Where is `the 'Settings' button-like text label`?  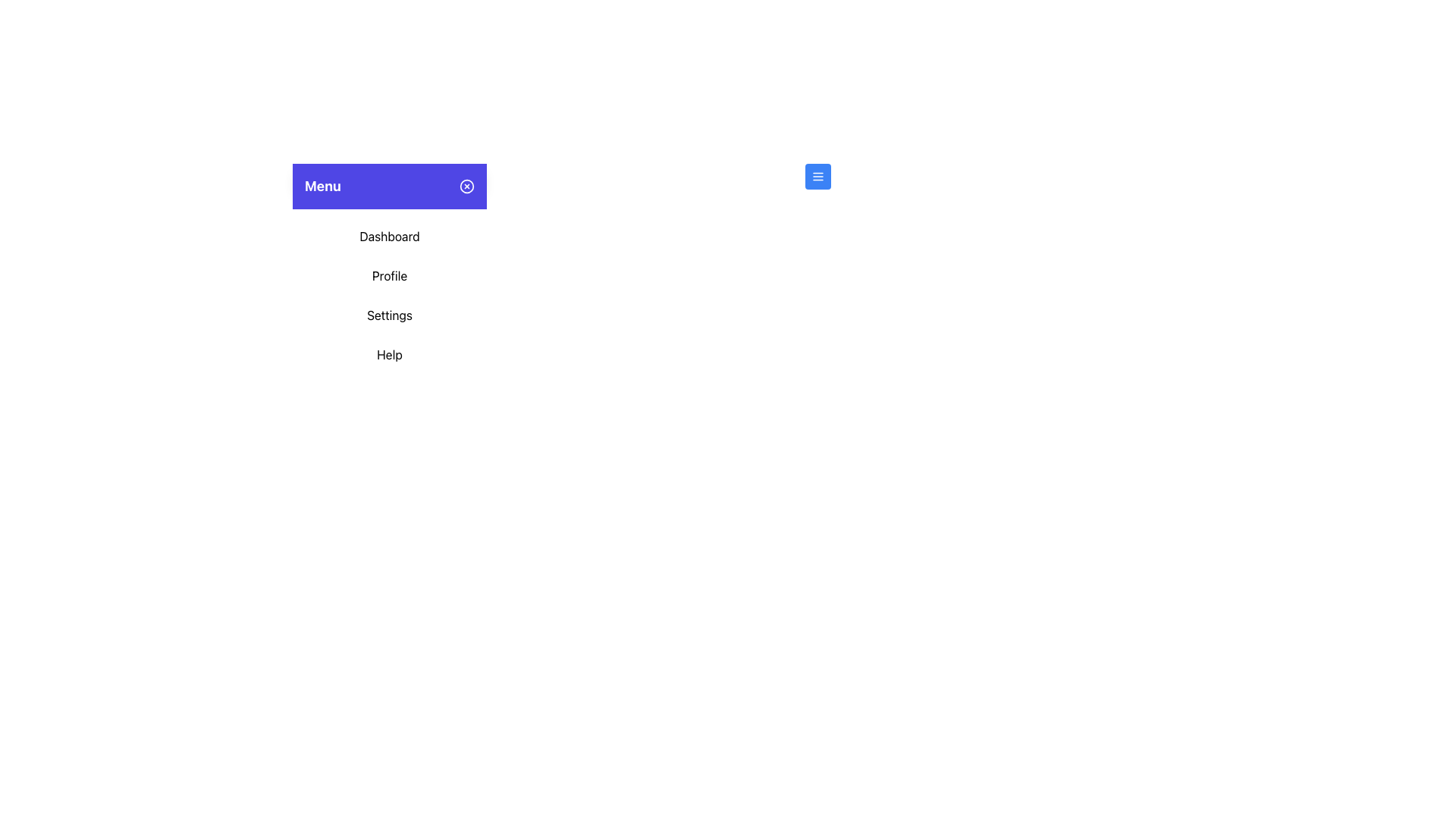 the 'Settings' button-like text label is located at coordinates (389, 315).